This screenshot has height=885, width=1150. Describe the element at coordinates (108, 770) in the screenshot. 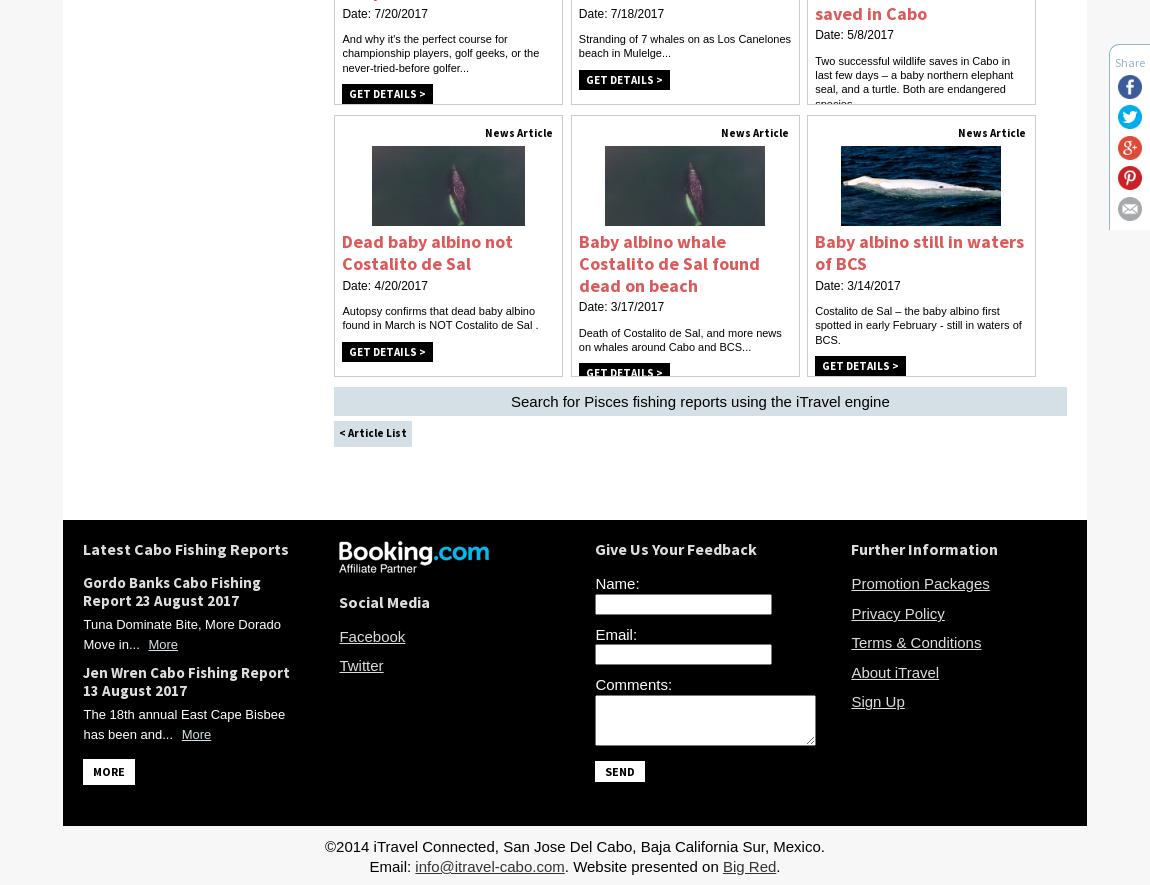

I see `'MORE'` at that location.